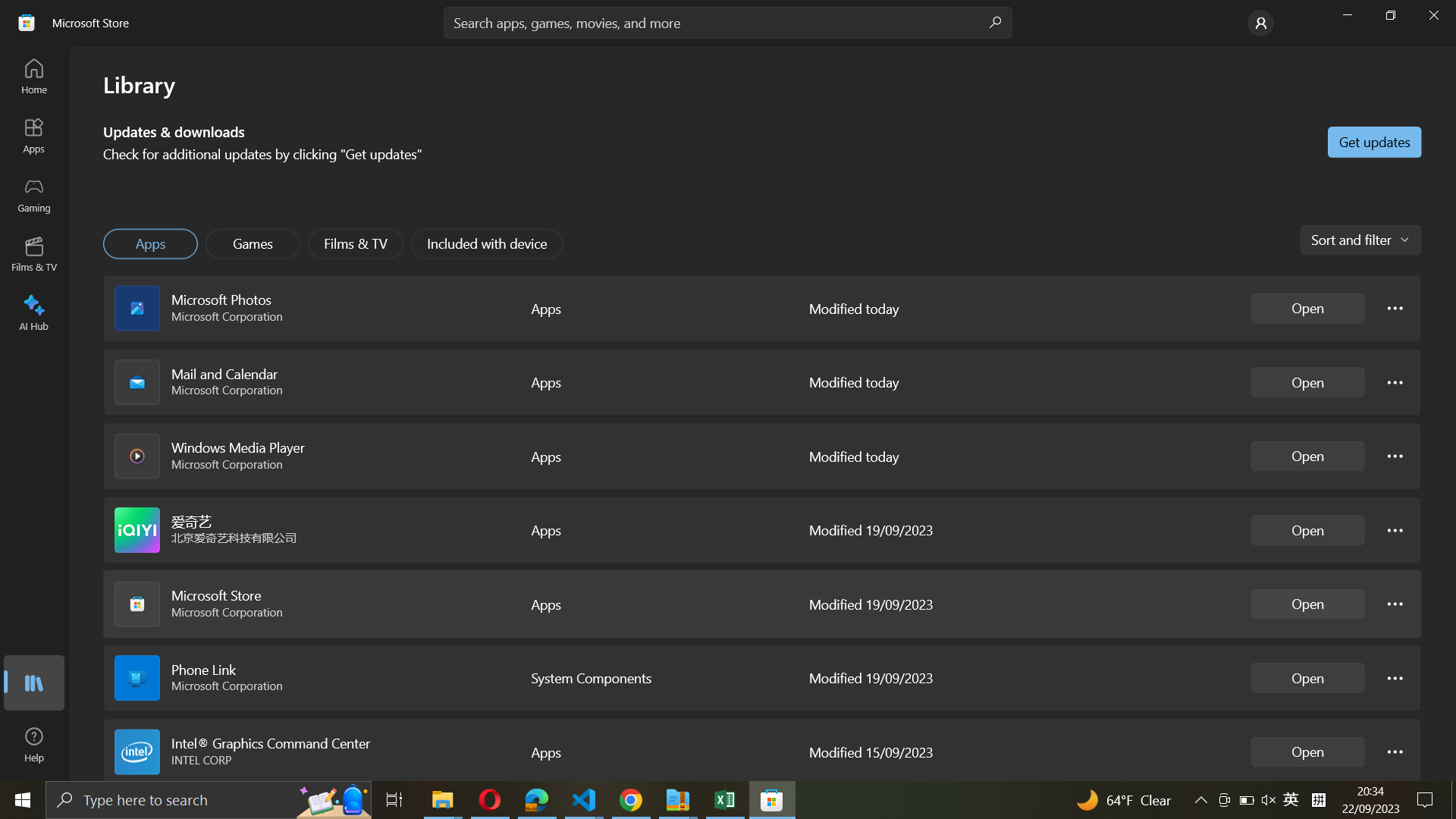 The height and width of the screenshot is (819, 1456). Describe the element at coordinates (1395, 379) in the screenshot. I see `Mail and calendar settings` at that location.